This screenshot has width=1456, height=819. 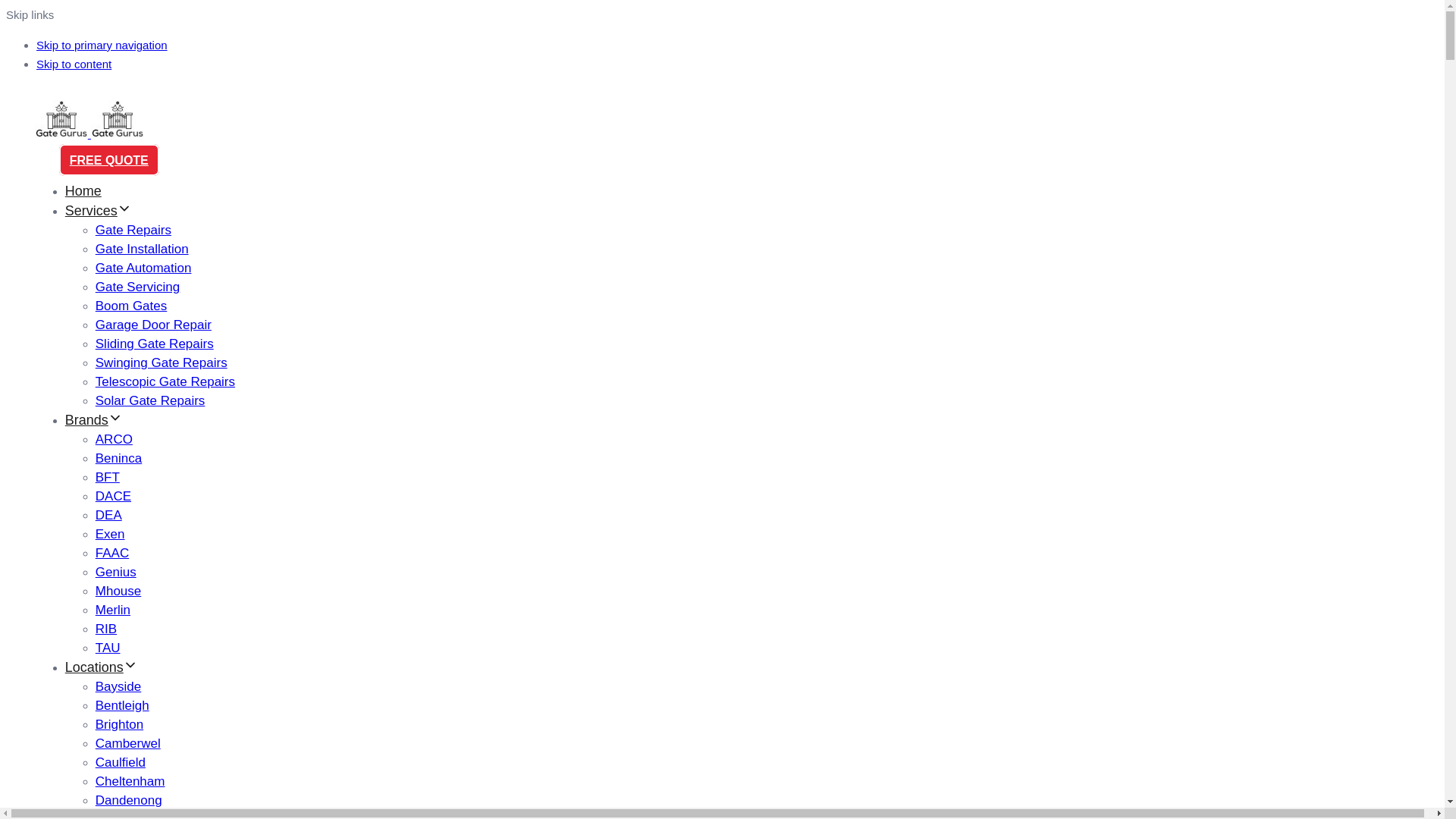 What do you see at coordinates (101, 44) in the screenshot?
I see `'Skip to primary navigation'` at bounding box center [101, 44].